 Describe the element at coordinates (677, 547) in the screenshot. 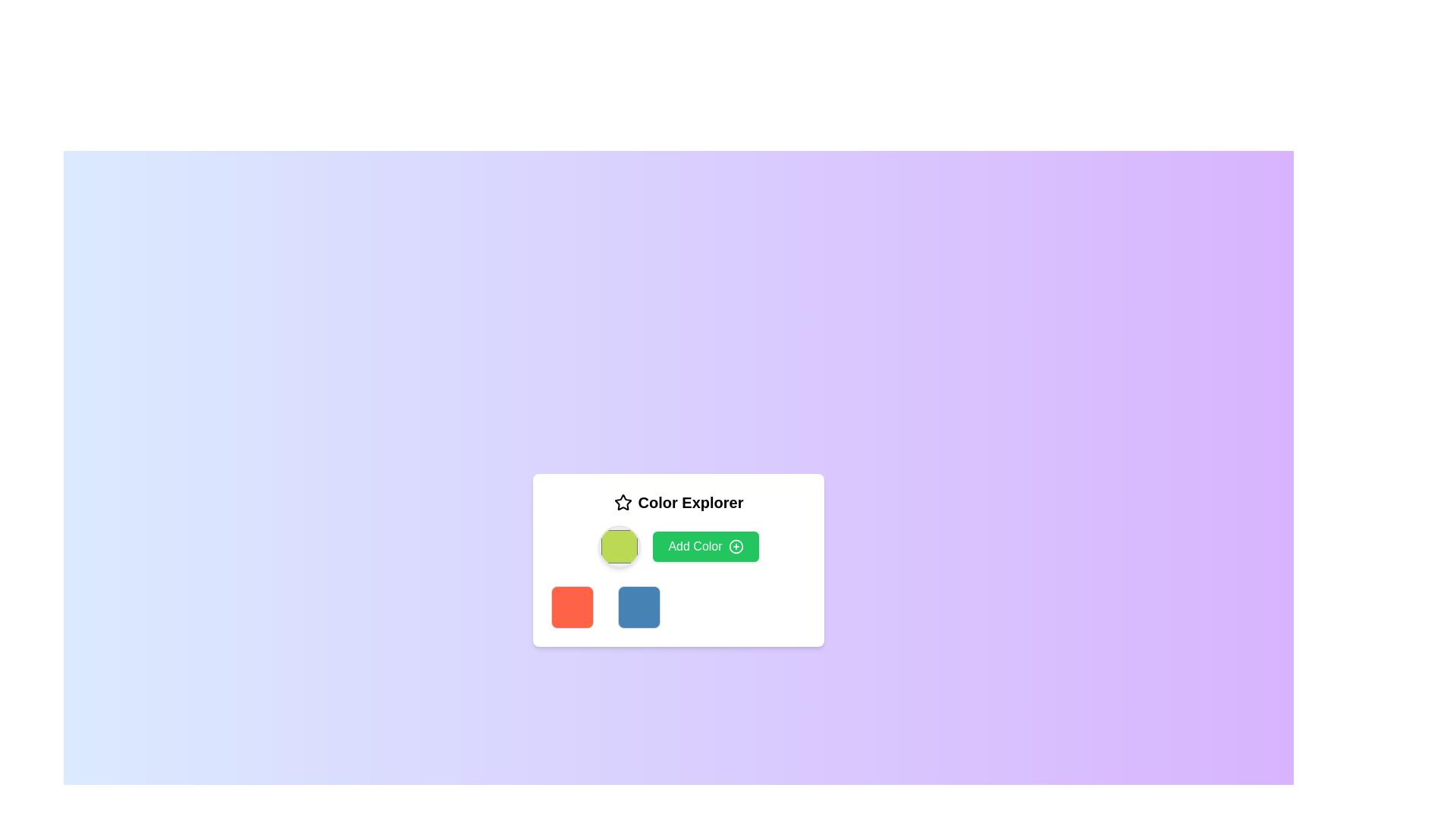

I see `the rectangular green button labeled 'Add Color' with a white '+' icon on its right side` at that location.